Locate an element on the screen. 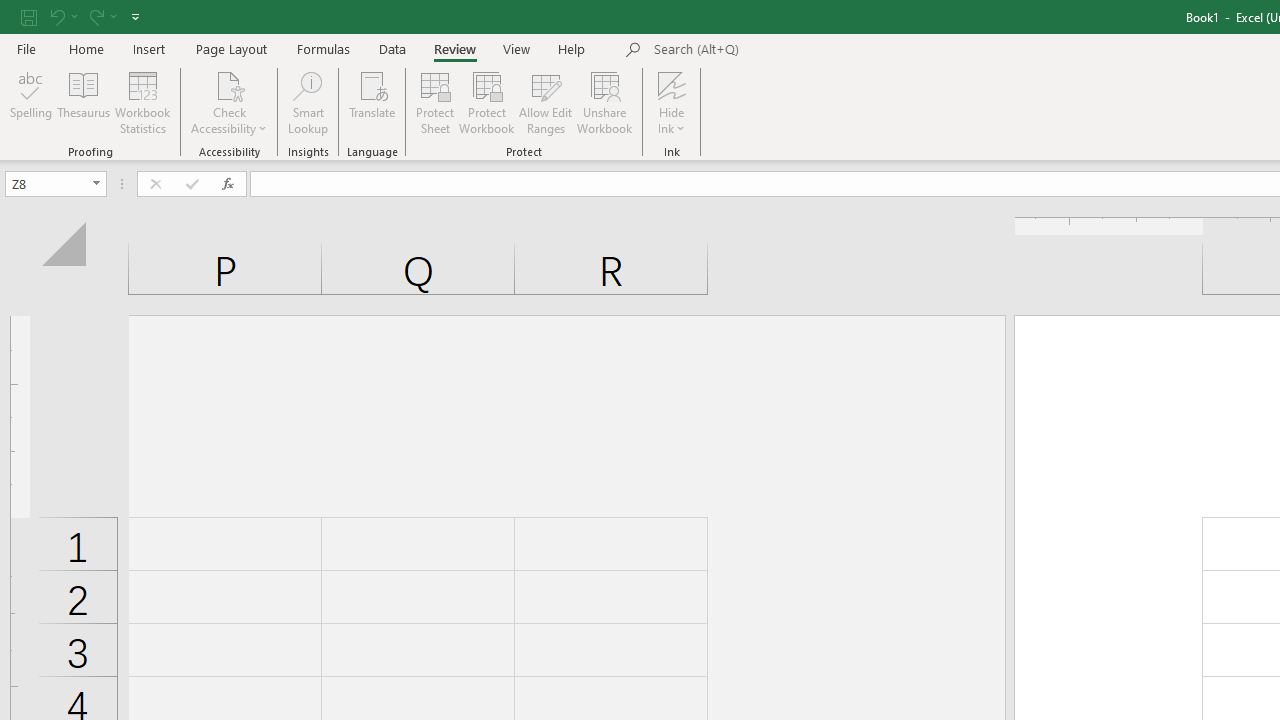  'Protect Workbook...' is located at coordinates (487, 103).